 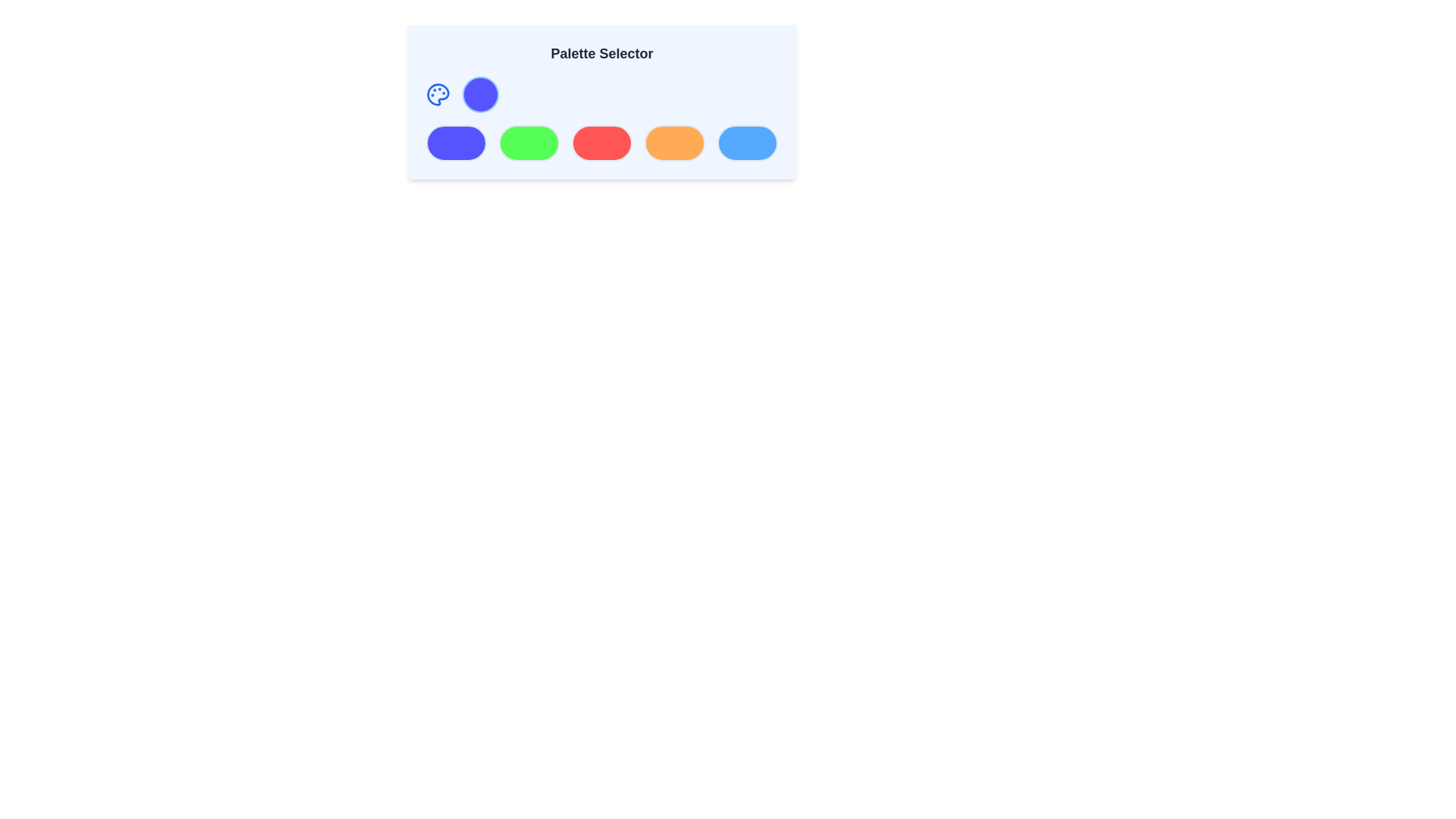 I want to click on the third circular button in the Palette Selector, so click(x=601, y=143).